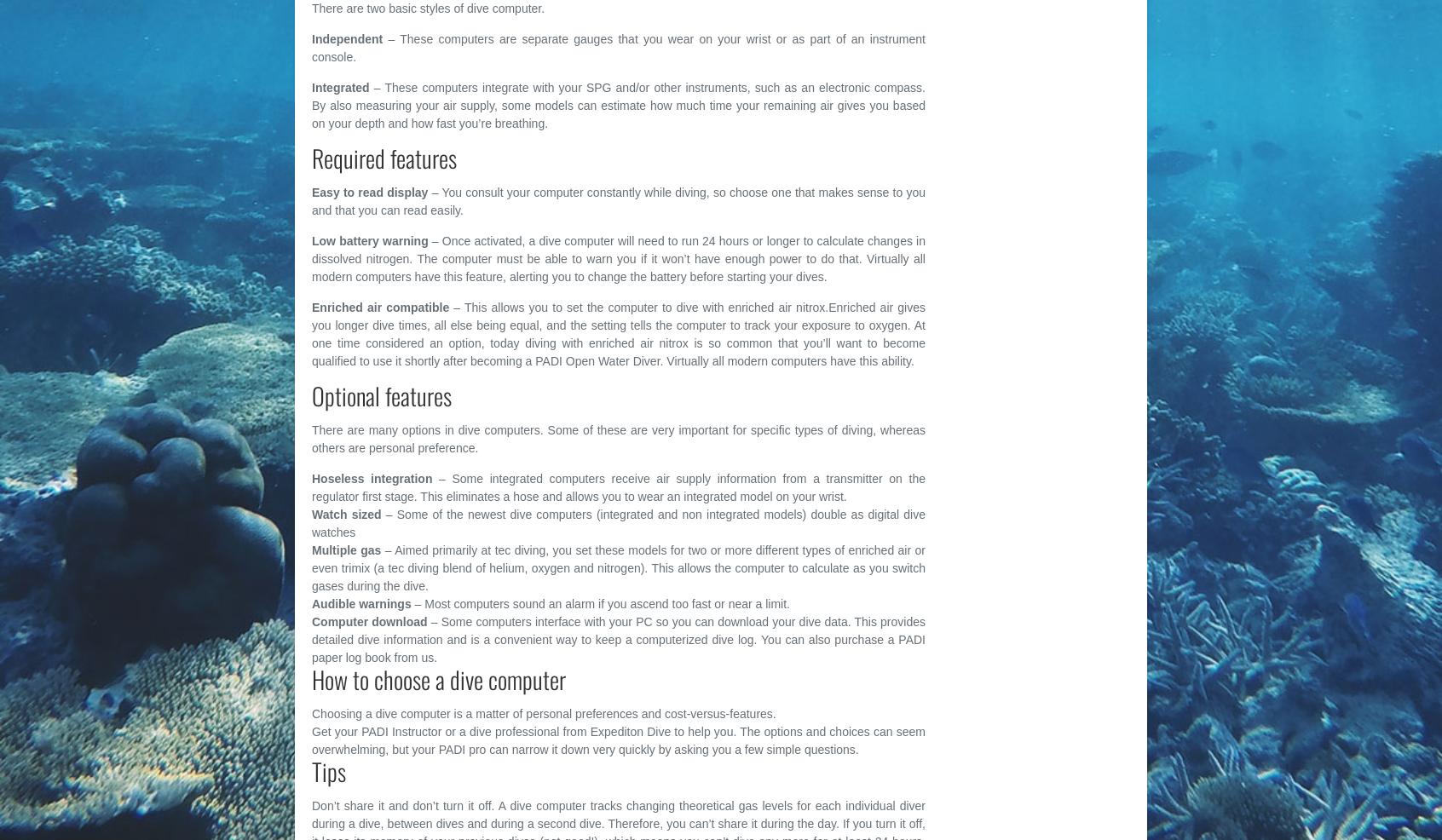  I want to click on 'Enriched air compatible', so click(379, 306).